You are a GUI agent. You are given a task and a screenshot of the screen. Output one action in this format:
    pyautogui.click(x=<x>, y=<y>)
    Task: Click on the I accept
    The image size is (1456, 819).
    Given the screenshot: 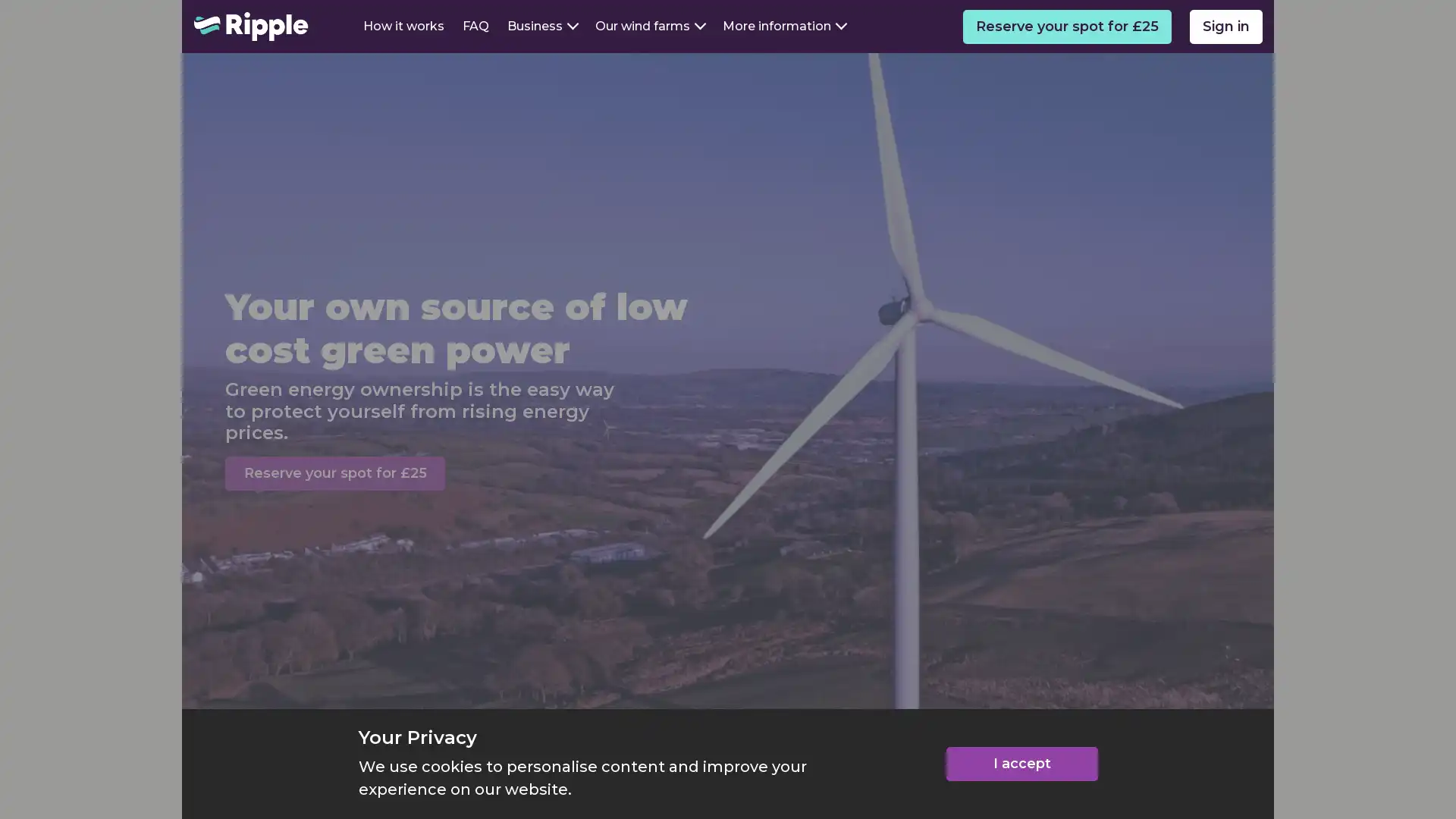 What is the action you would take?
    pyautogui.click(x=1021, y=764)
    